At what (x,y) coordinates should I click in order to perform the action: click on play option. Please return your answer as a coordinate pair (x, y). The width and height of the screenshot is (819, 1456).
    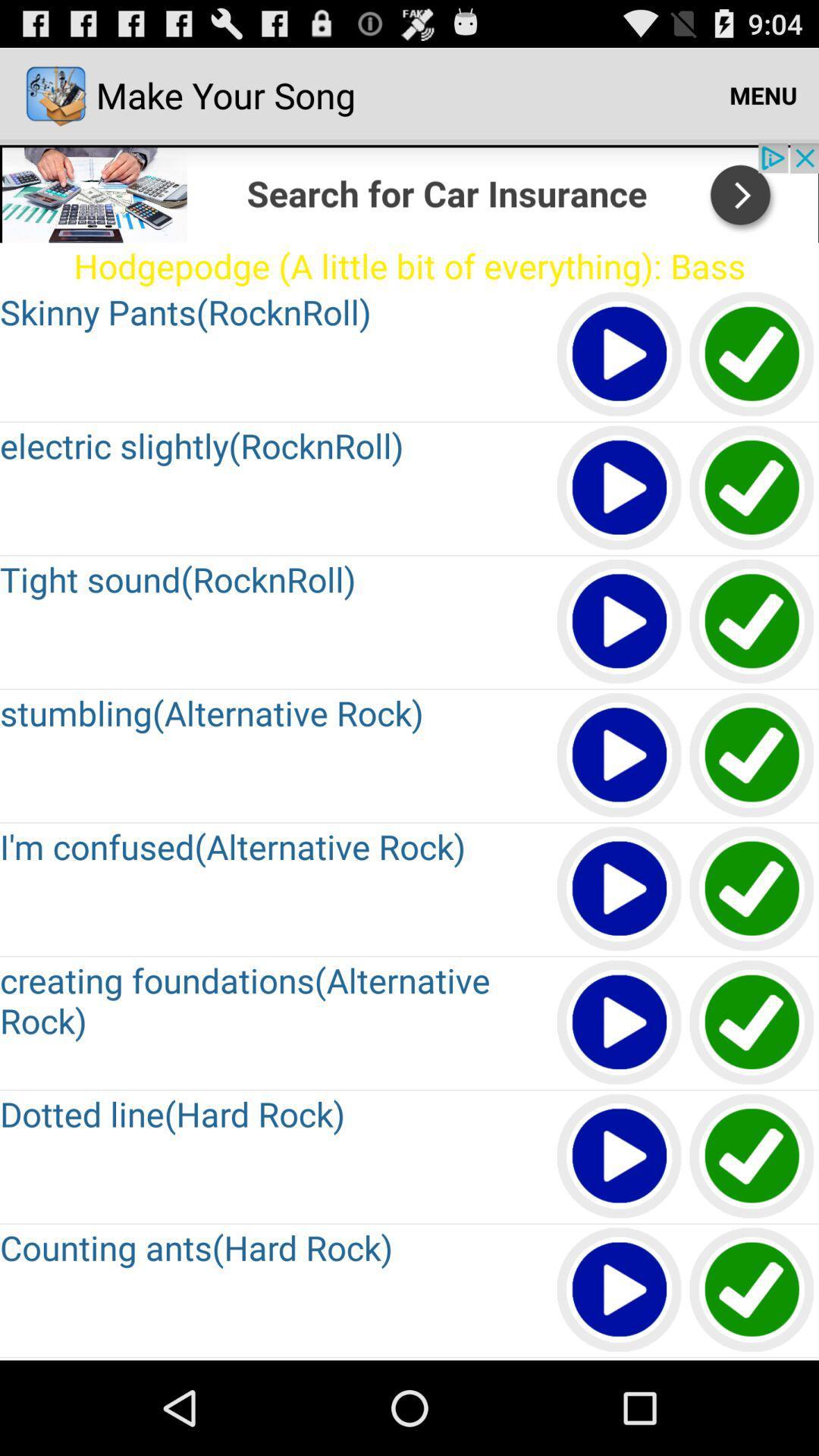
    Looking at the image, I should click on (620, 622).